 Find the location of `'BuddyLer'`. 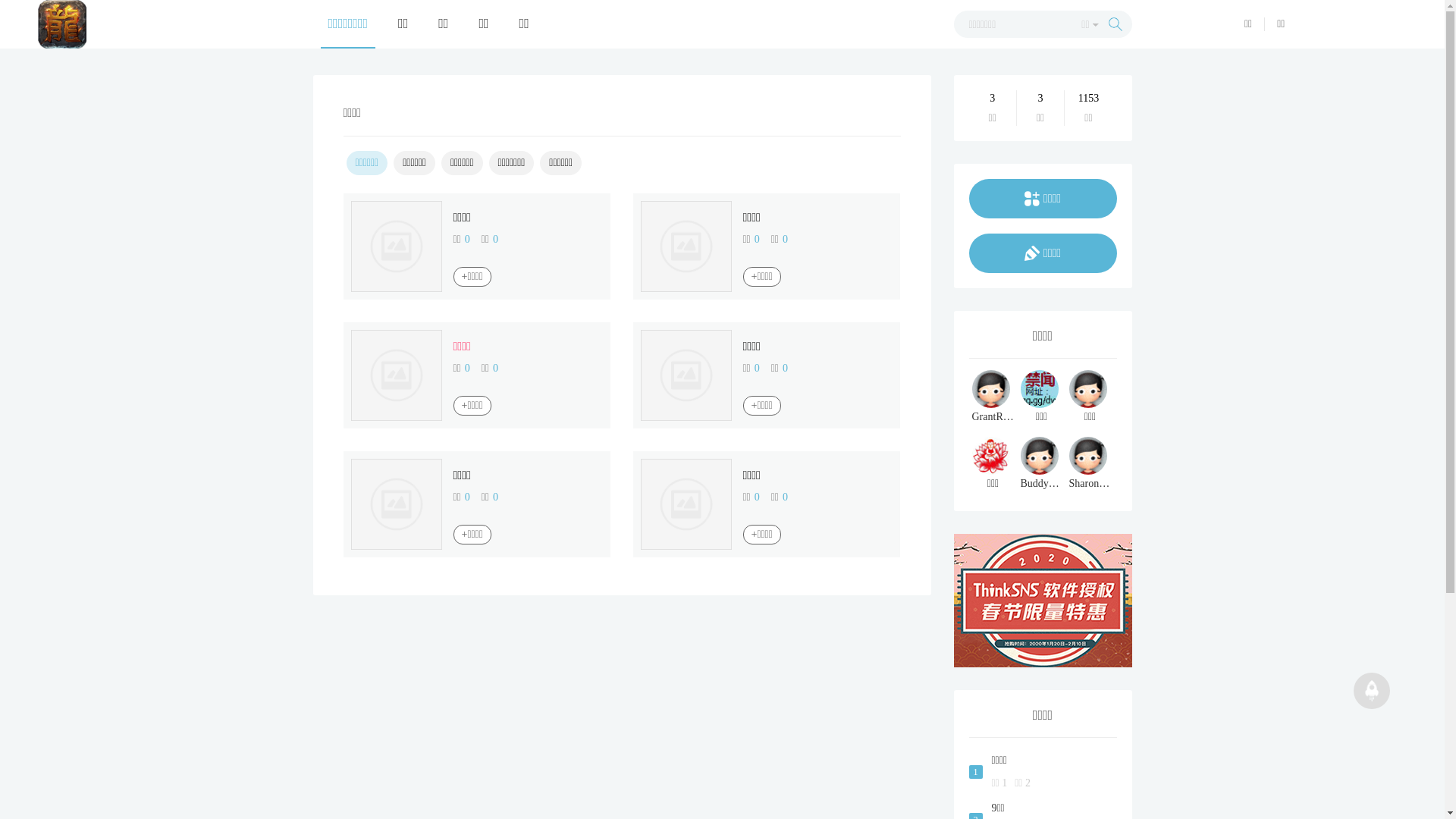

'BuddyLer' is located at coordinates (1040, 463).